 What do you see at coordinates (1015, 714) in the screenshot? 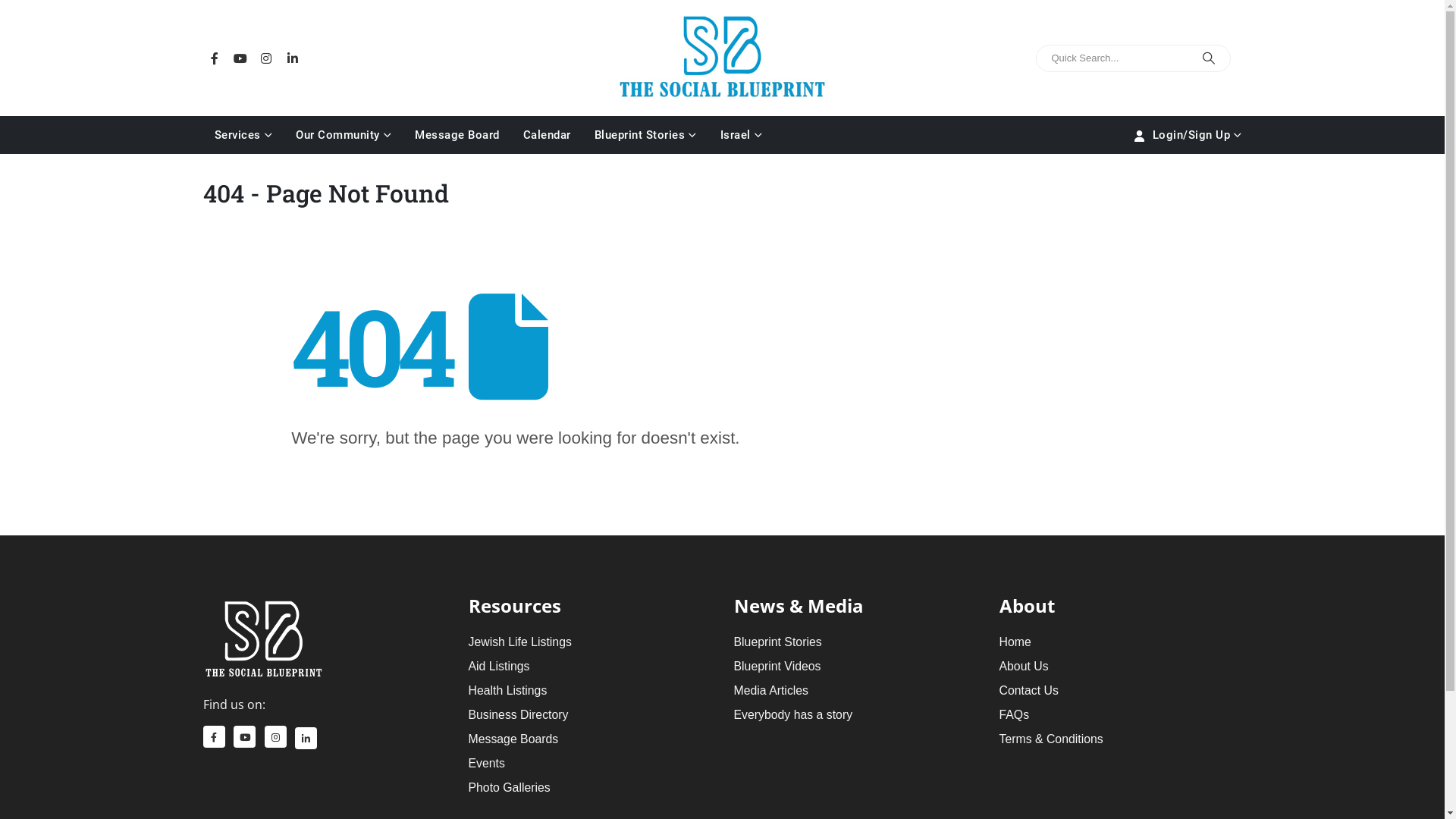
I see `'FAQs'` at bounding box center [1015, 714].